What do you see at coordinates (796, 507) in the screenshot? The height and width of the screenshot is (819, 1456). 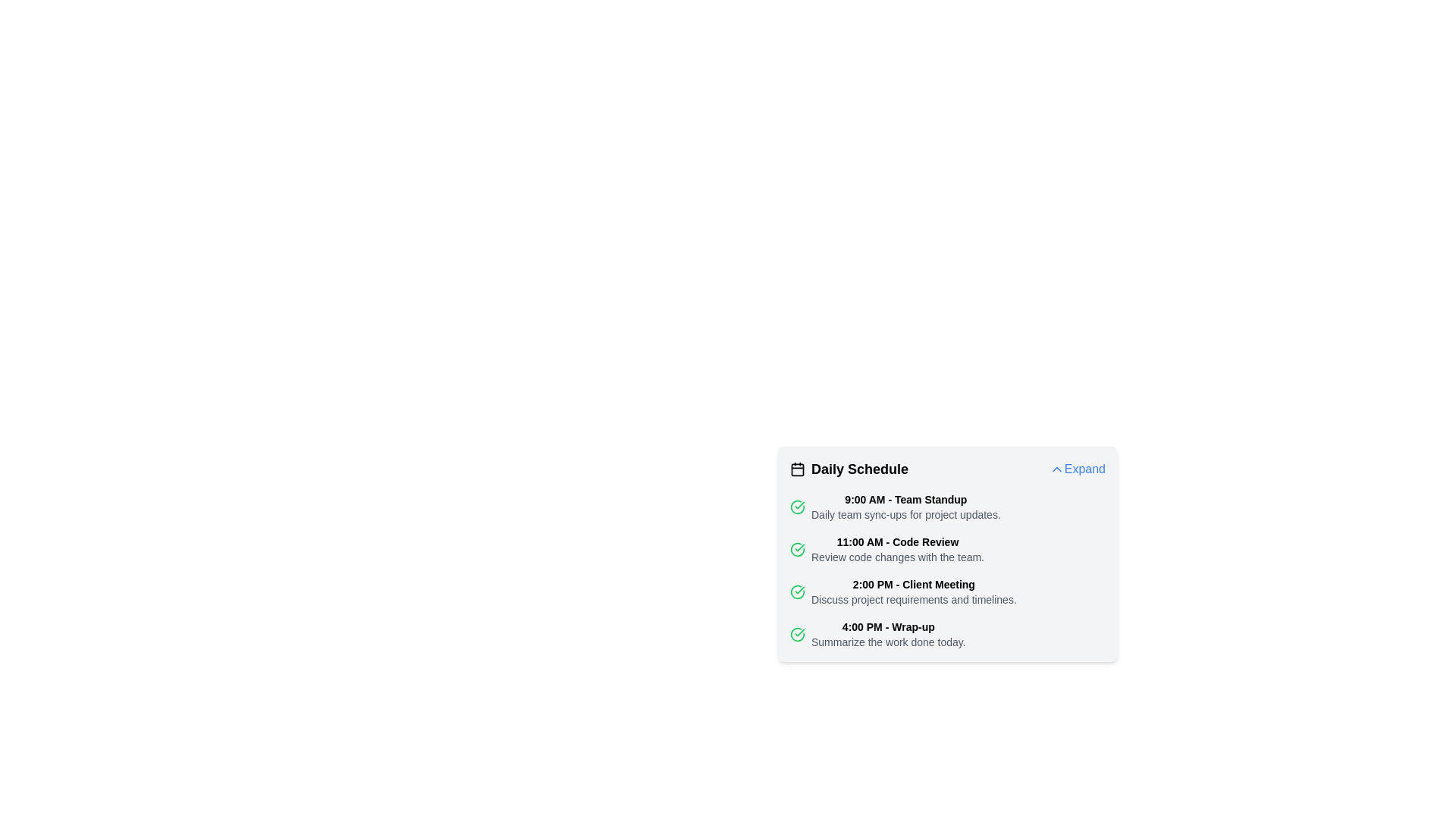 I see `the icon indicating the completion or active status of the task for the entry titled '9:00 AM - Team Standup', located at the far left of the entry` at bounding box center [796, 507].